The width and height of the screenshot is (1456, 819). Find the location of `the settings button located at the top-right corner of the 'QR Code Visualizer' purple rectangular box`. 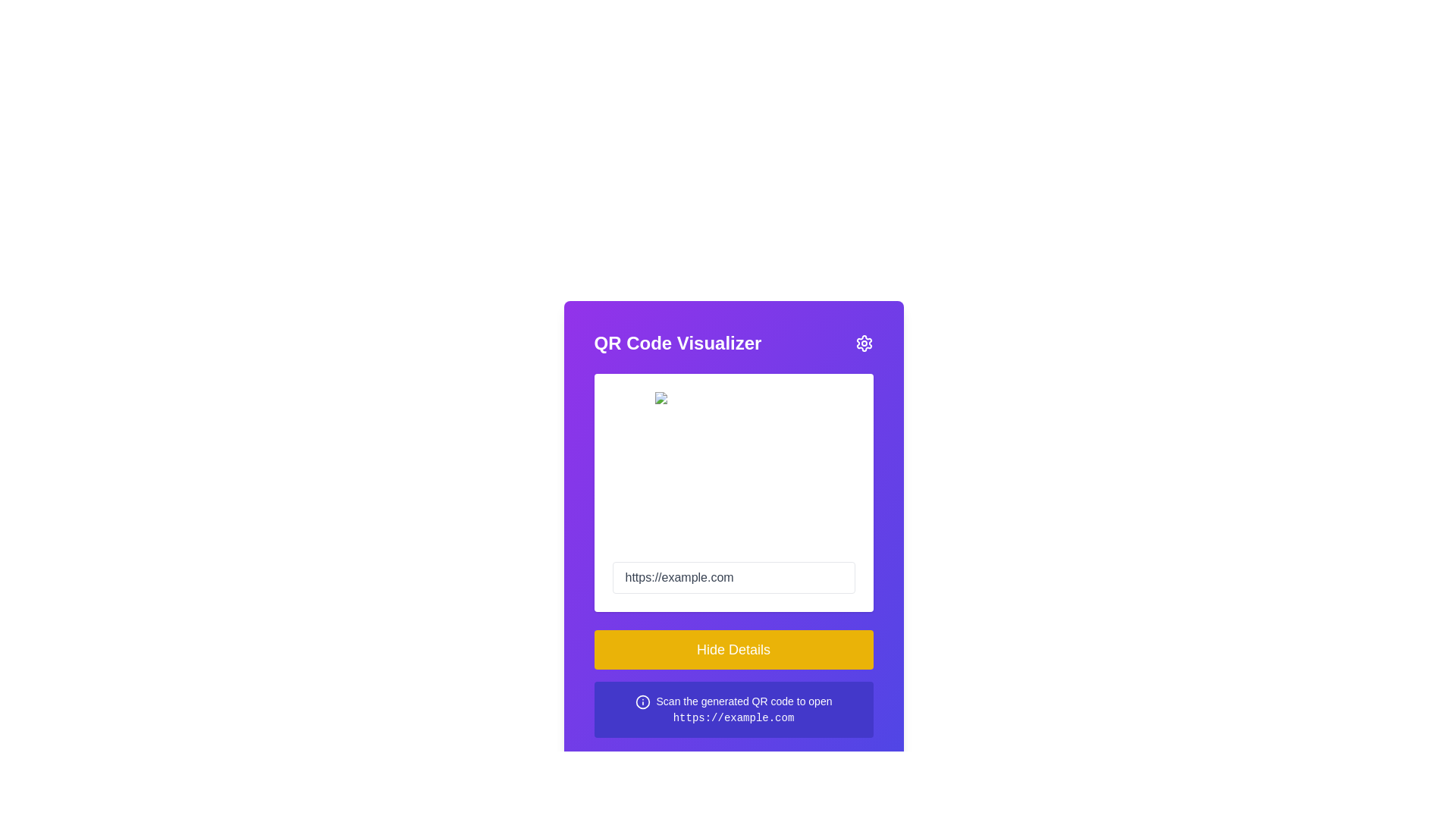

the settings button located at the top-right corner of the 'QR Code Visualizer' purple rectangular box is located at coordinates (864, 343).